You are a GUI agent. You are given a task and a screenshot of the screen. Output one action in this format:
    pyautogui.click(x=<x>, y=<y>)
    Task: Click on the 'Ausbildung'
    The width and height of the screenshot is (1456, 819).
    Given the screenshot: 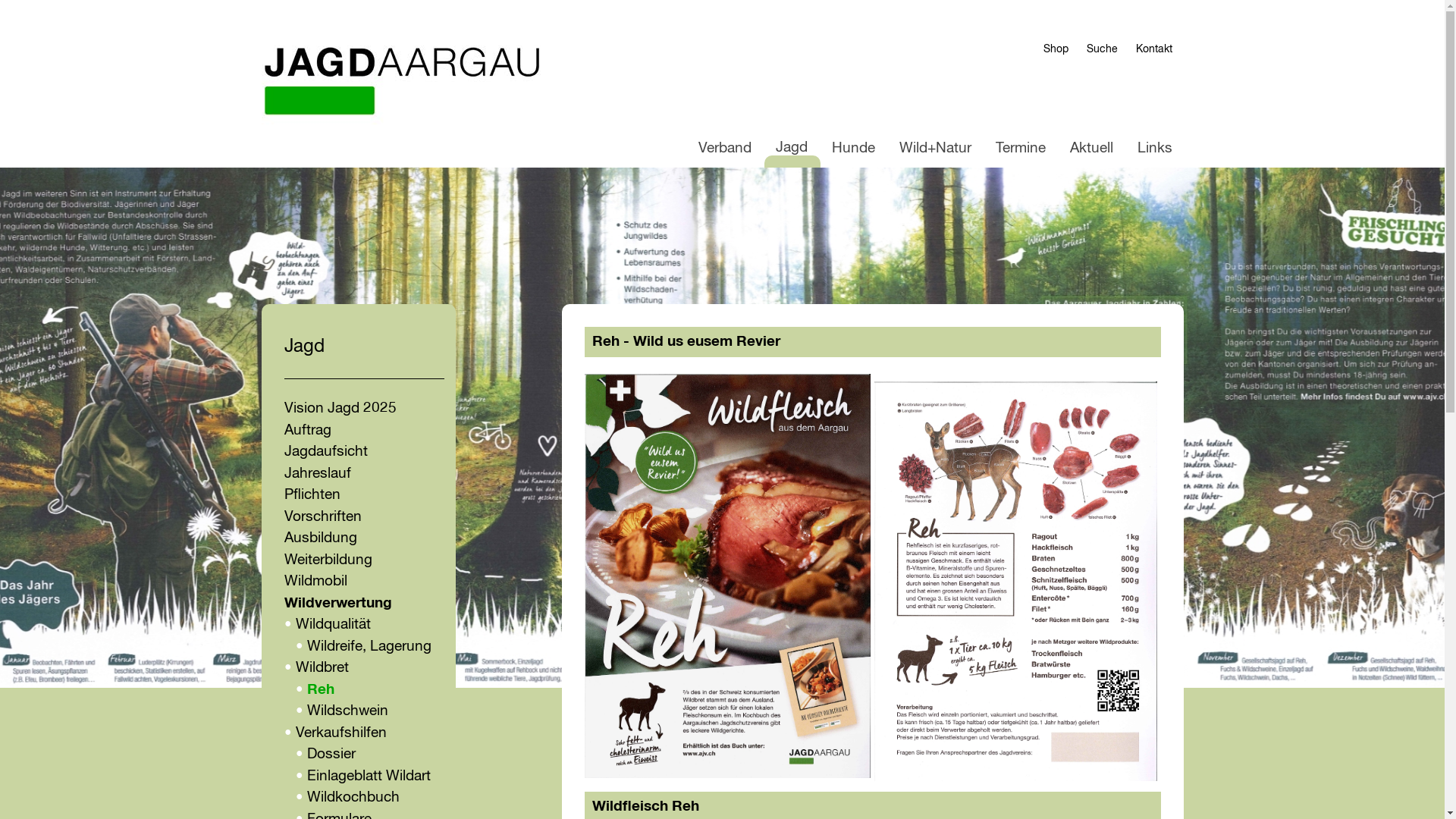 What is the action you would take?
    pyautogui.click(x=319, y=537)
    